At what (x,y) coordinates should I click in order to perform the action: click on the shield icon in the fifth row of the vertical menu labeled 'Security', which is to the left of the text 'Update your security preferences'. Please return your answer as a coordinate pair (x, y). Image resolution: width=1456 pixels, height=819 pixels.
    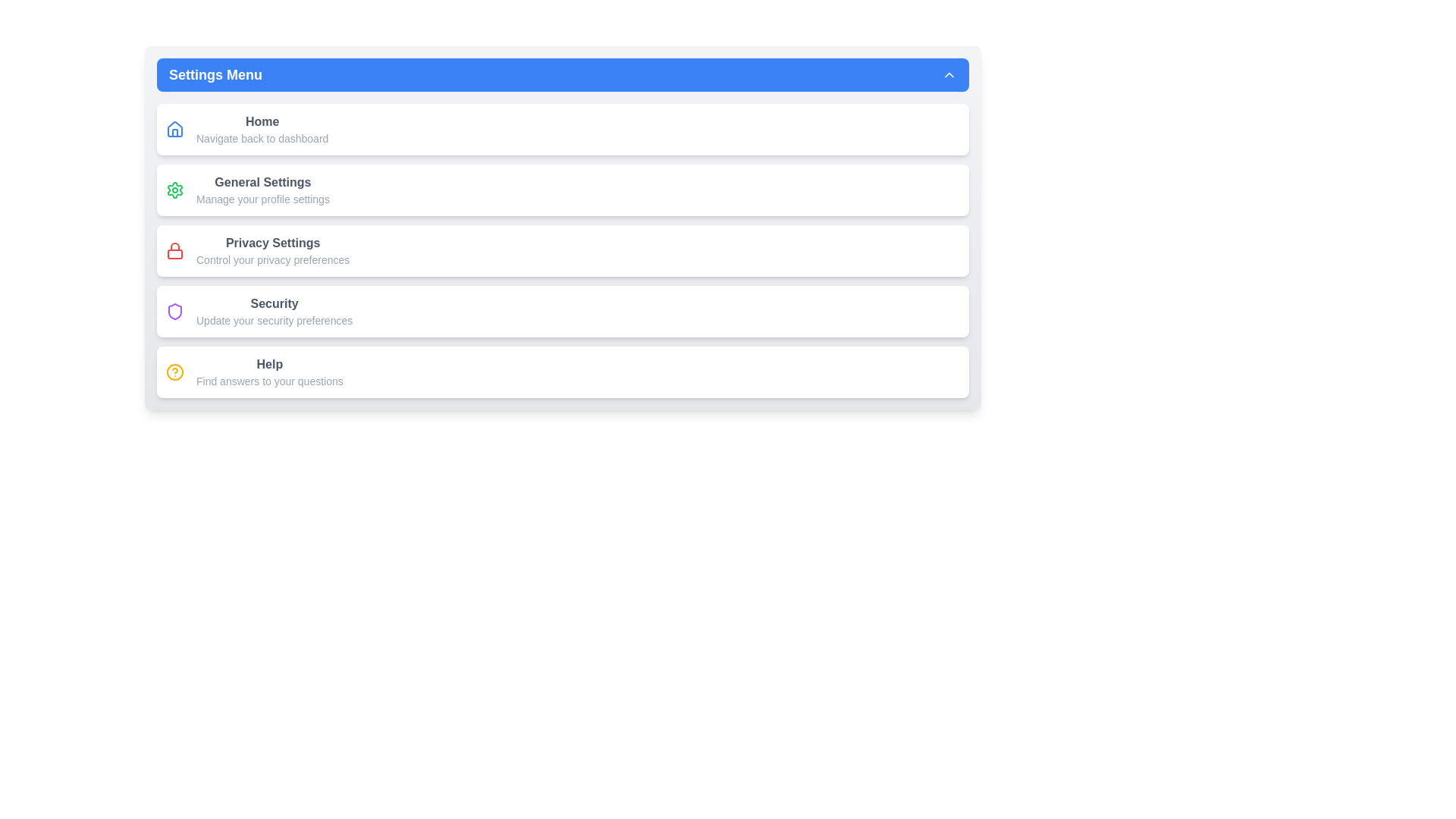
    Looking at the image, I should click on (174, 311).